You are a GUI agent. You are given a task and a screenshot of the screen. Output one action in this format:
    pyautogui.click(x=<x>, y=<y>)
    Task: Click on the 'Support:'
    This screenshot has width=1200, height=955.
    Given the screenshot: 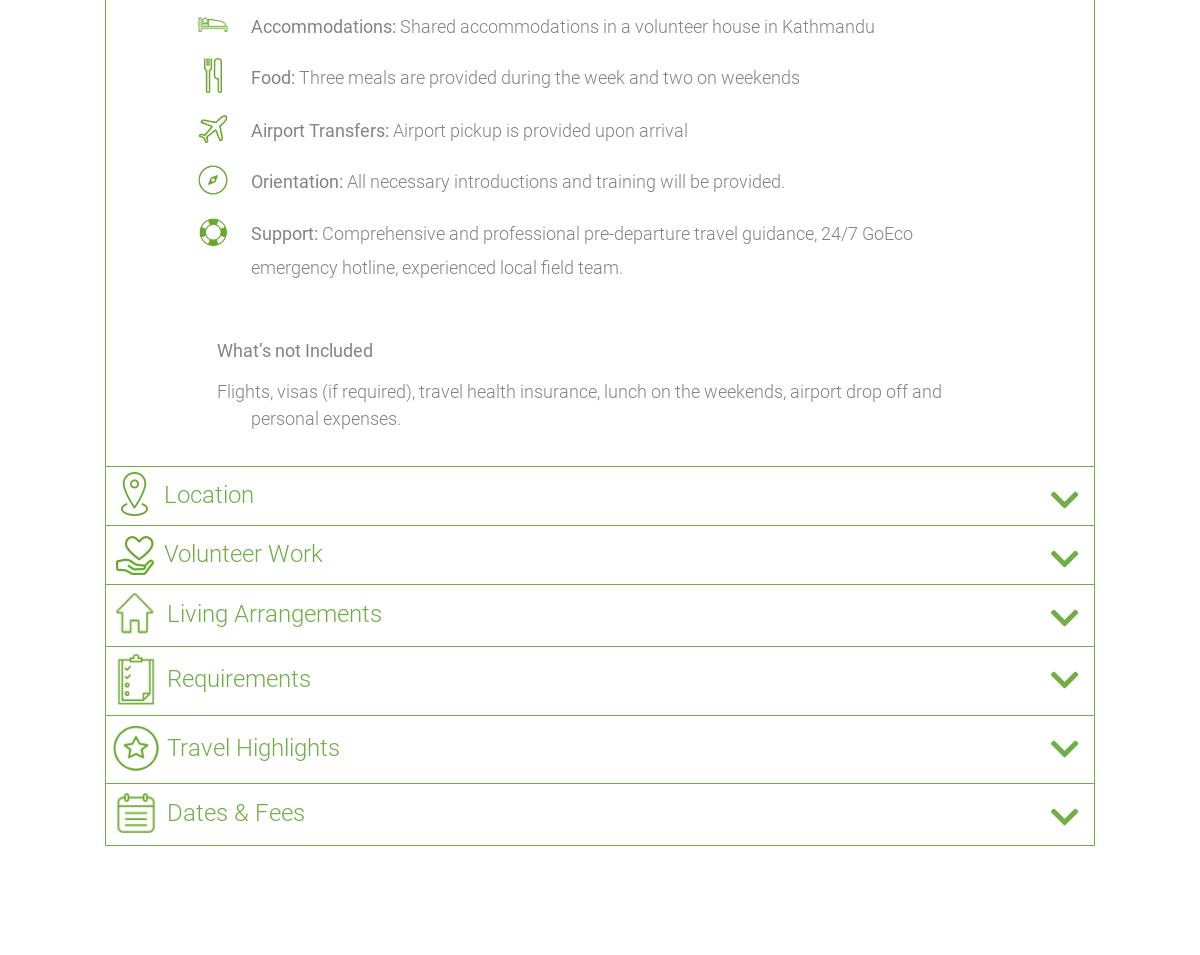 What is the action you would take?
    pyautogui.click(x=283, y=233)
    